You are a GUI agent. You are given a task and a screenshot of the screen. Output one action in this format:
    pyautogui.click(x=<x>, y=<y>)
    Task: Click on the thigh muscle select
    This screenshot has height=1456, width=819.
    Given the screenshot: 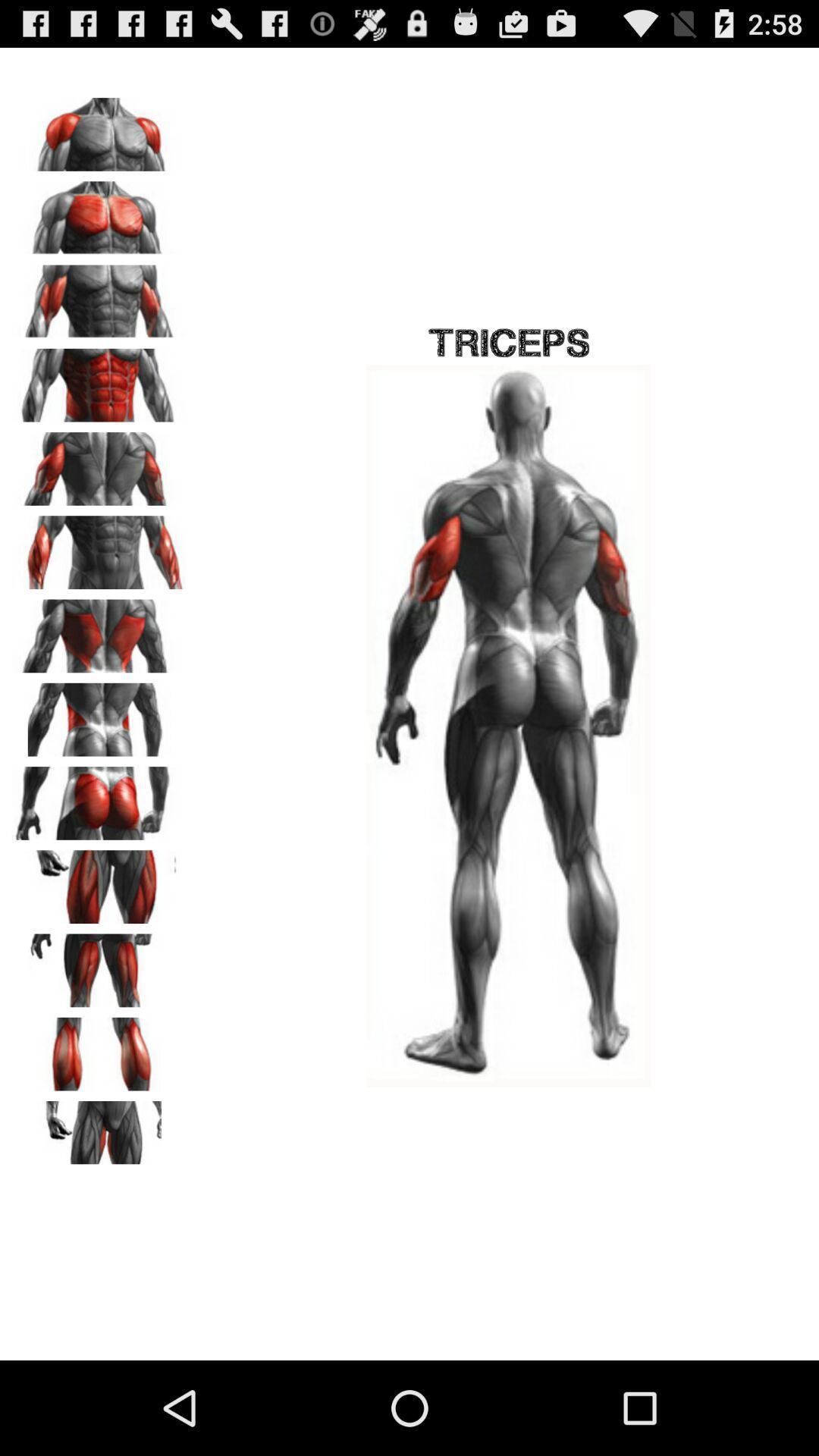 What is the action you would take?
    pyautogui.click(x=99, y=881)
    